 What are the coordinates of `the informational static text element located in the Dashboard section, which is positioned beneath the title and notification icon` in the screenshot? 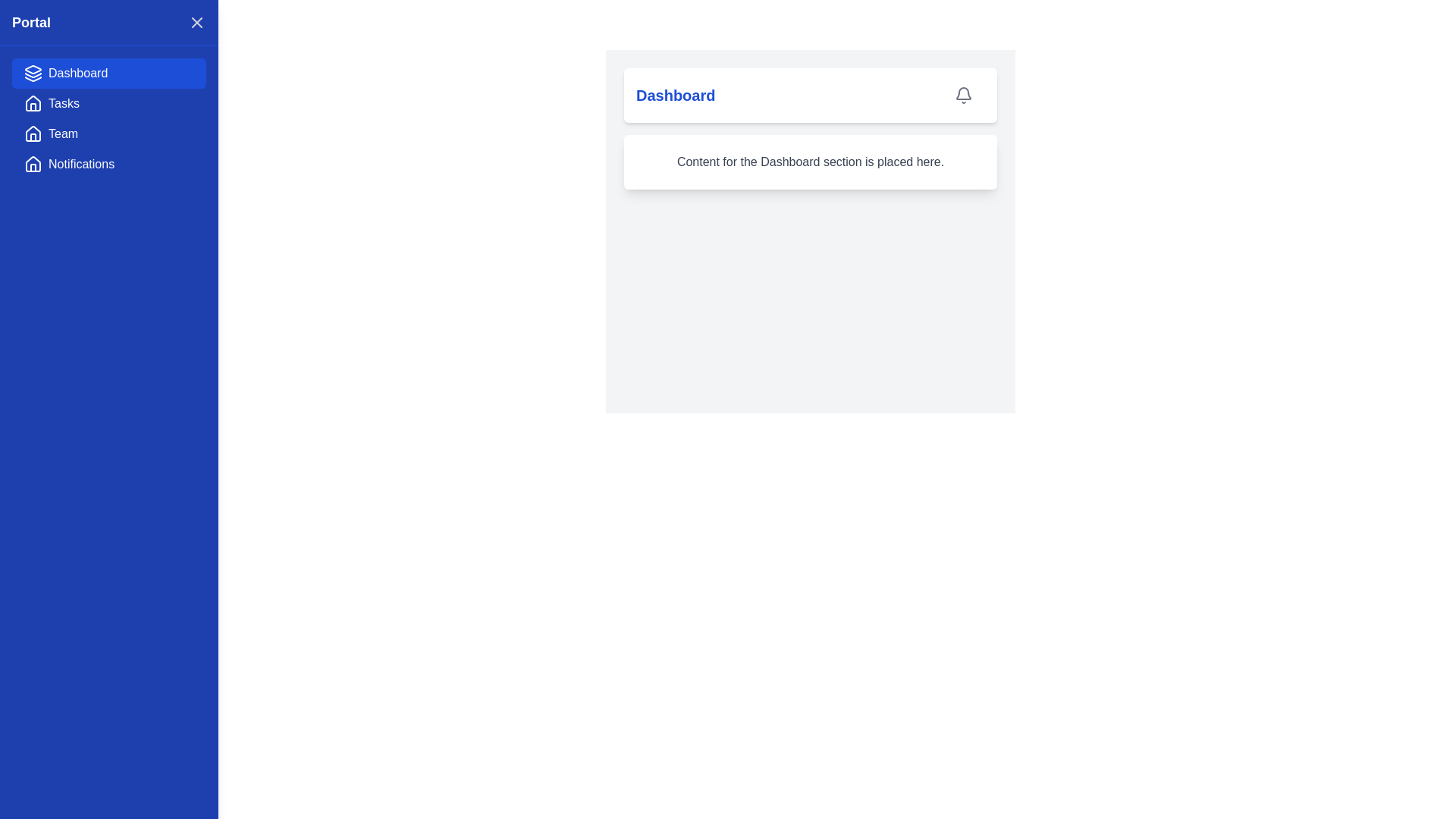 It's located at (810, 162).